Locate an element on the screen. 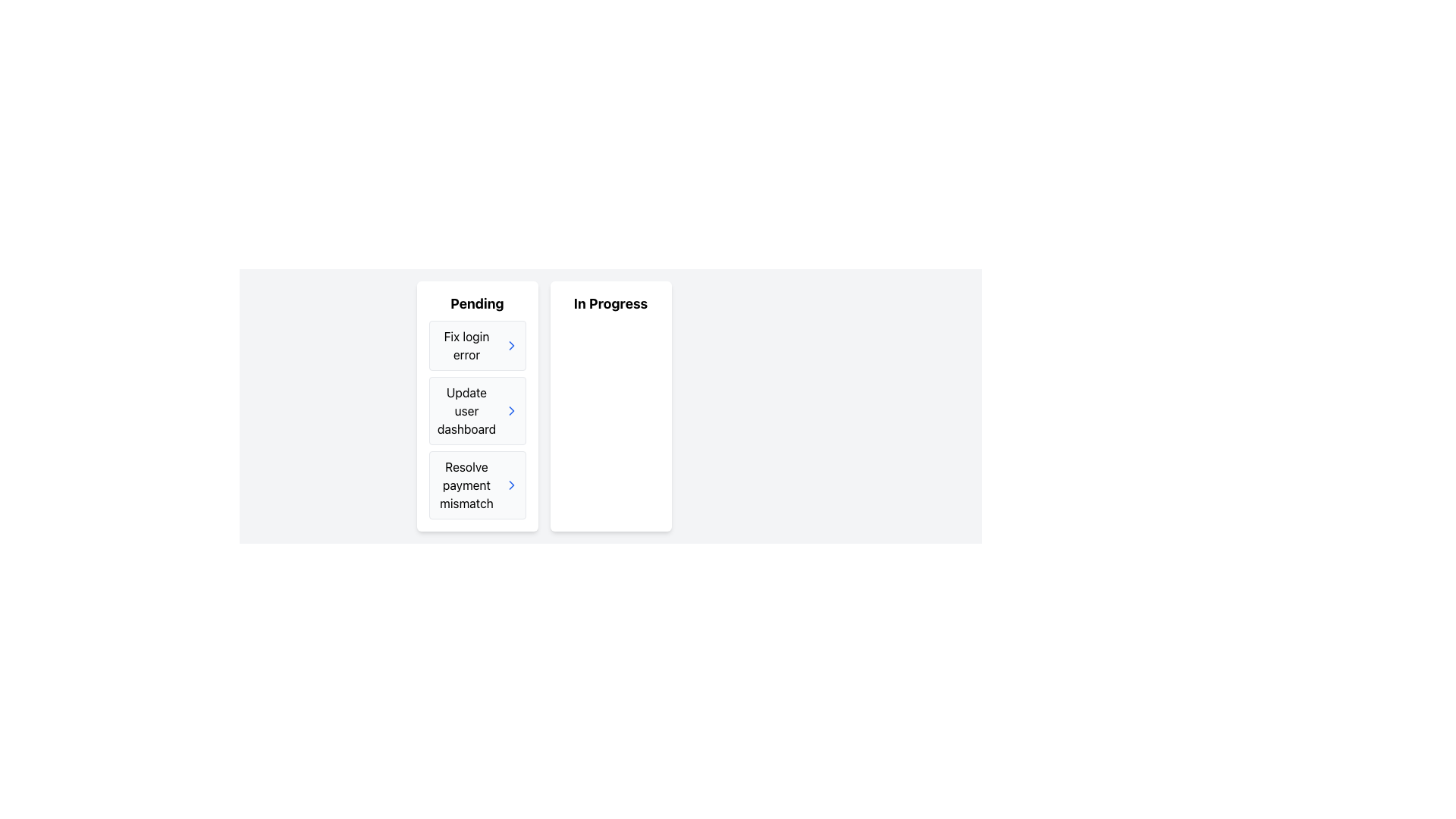 The width and height of the screenshot is (1456, 819). the text label representing the first task in the 'Pending' list is located at coordinates (466, 345).